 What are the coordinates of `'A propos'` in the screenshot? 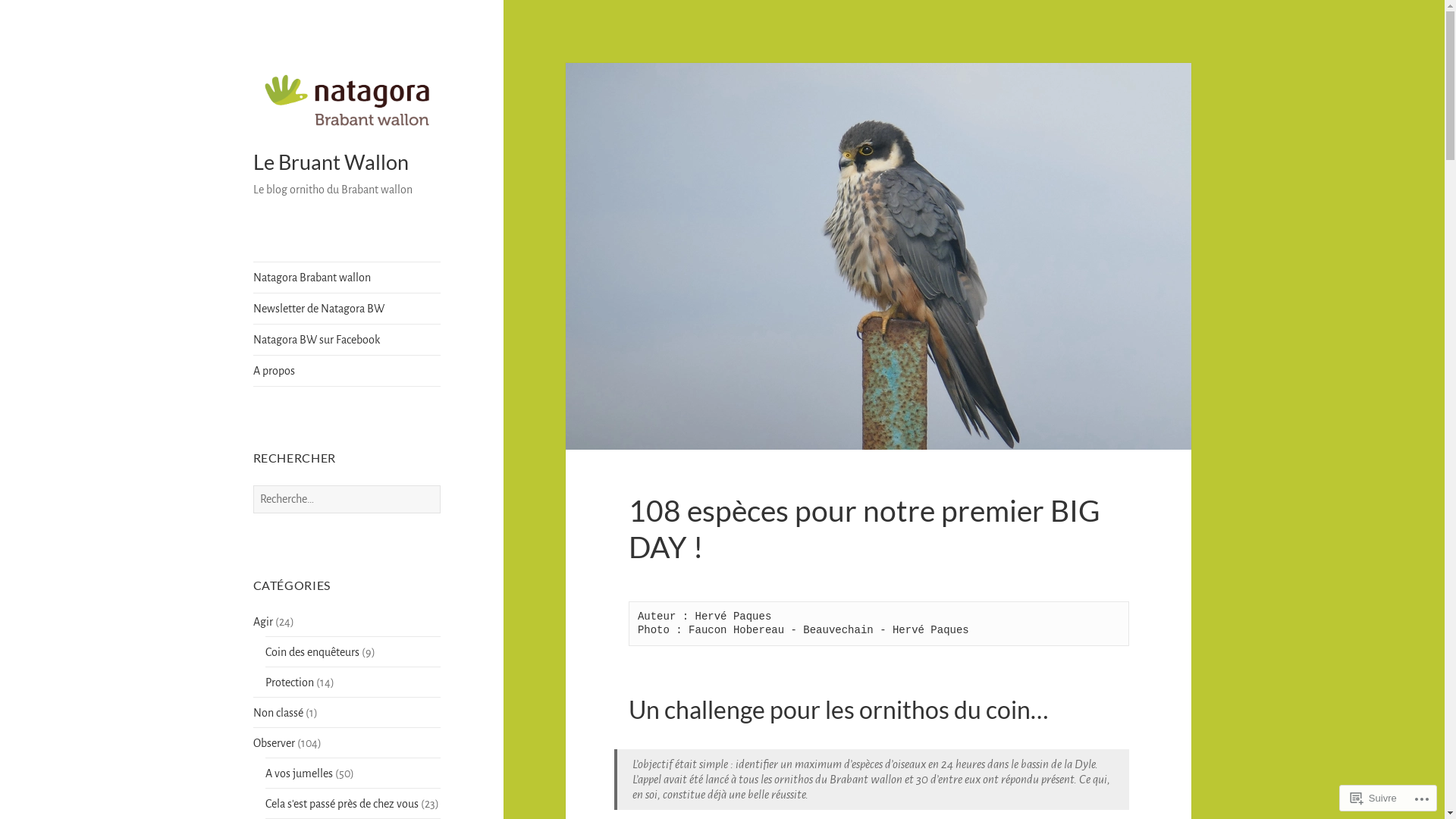 It's located at (346, 371).